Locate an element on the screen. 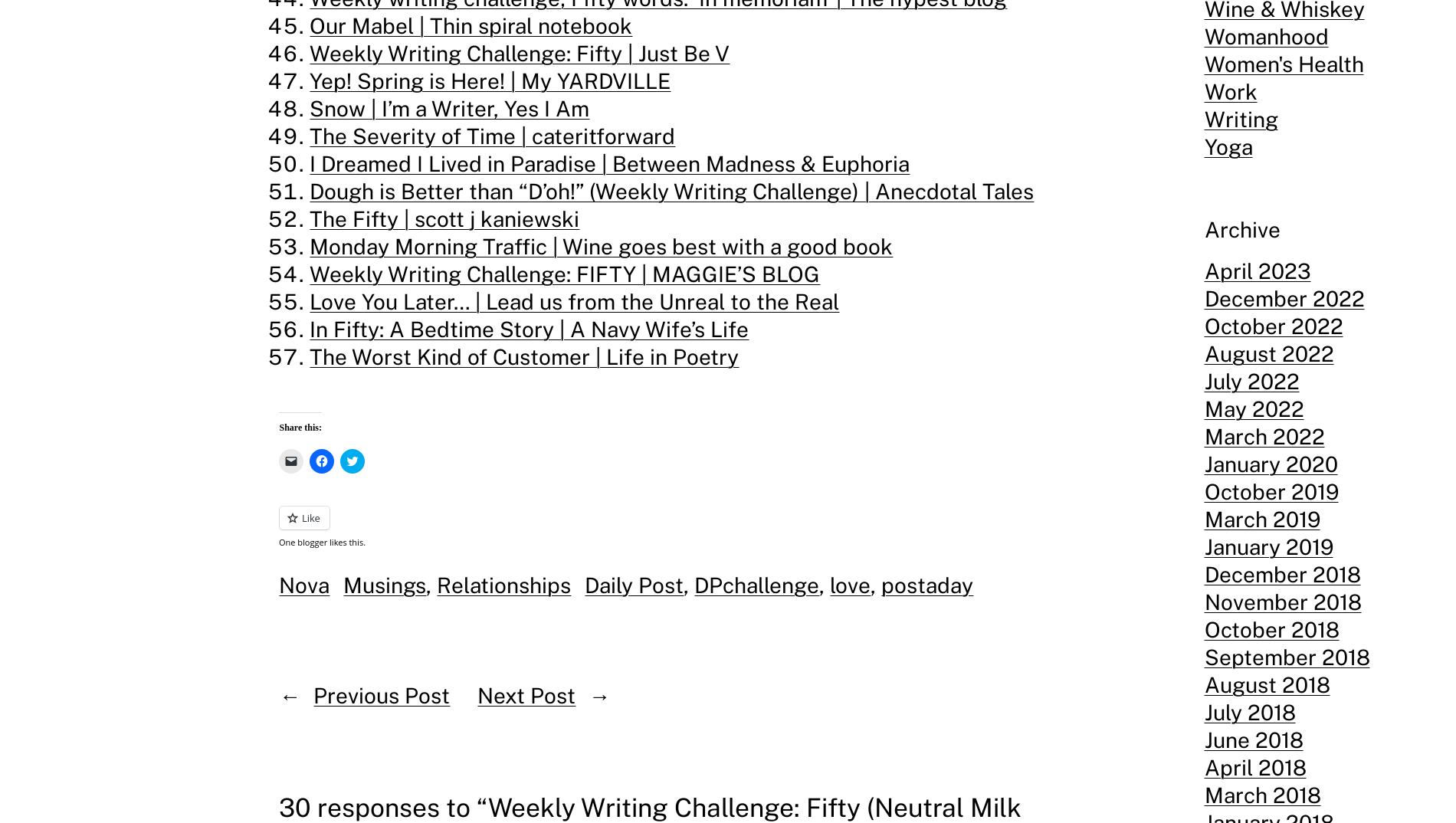  'Previous Post' is located at coordinates (381, 693).